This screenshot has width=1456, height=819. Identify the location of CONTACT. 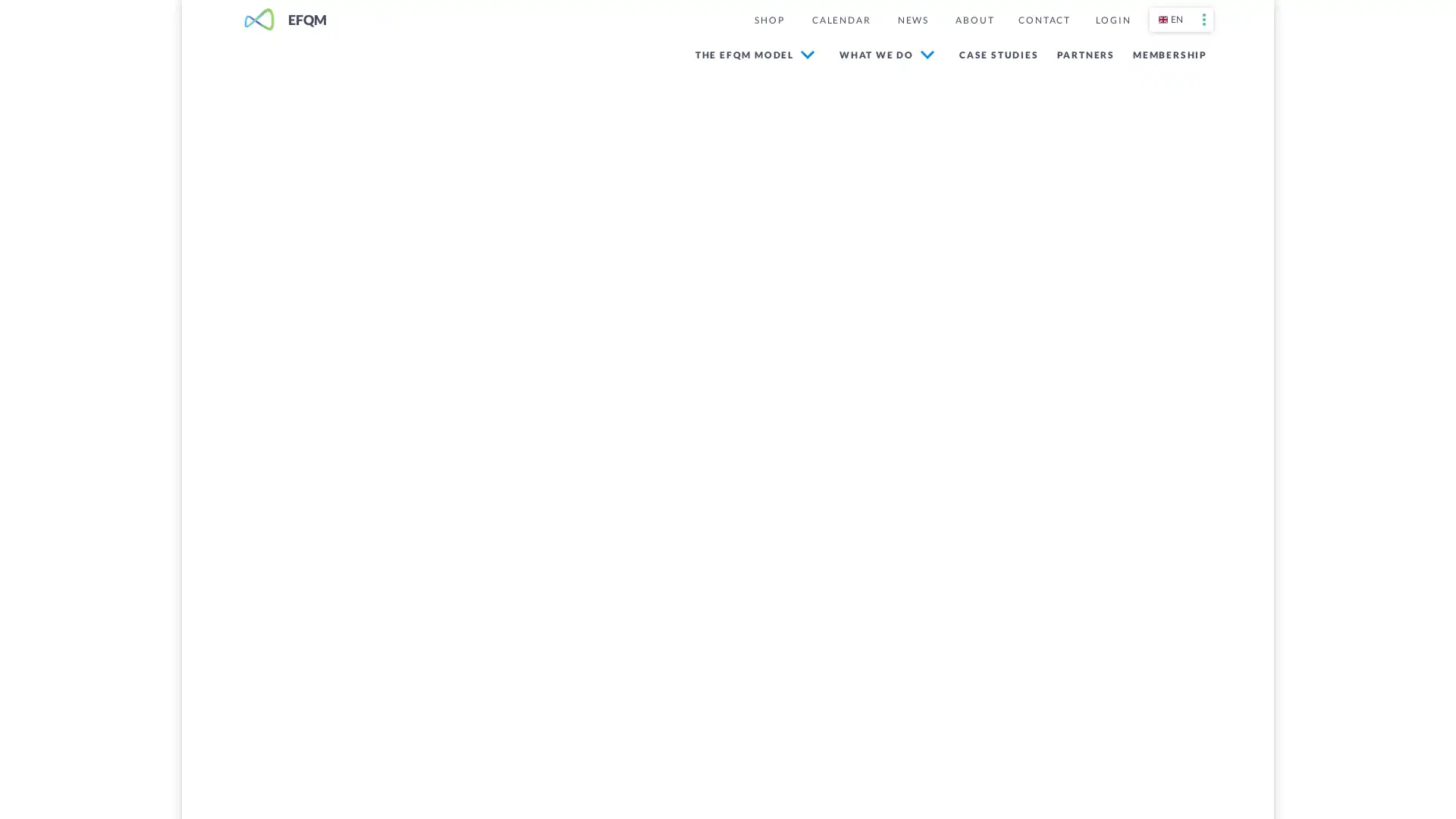
(1043, 20).